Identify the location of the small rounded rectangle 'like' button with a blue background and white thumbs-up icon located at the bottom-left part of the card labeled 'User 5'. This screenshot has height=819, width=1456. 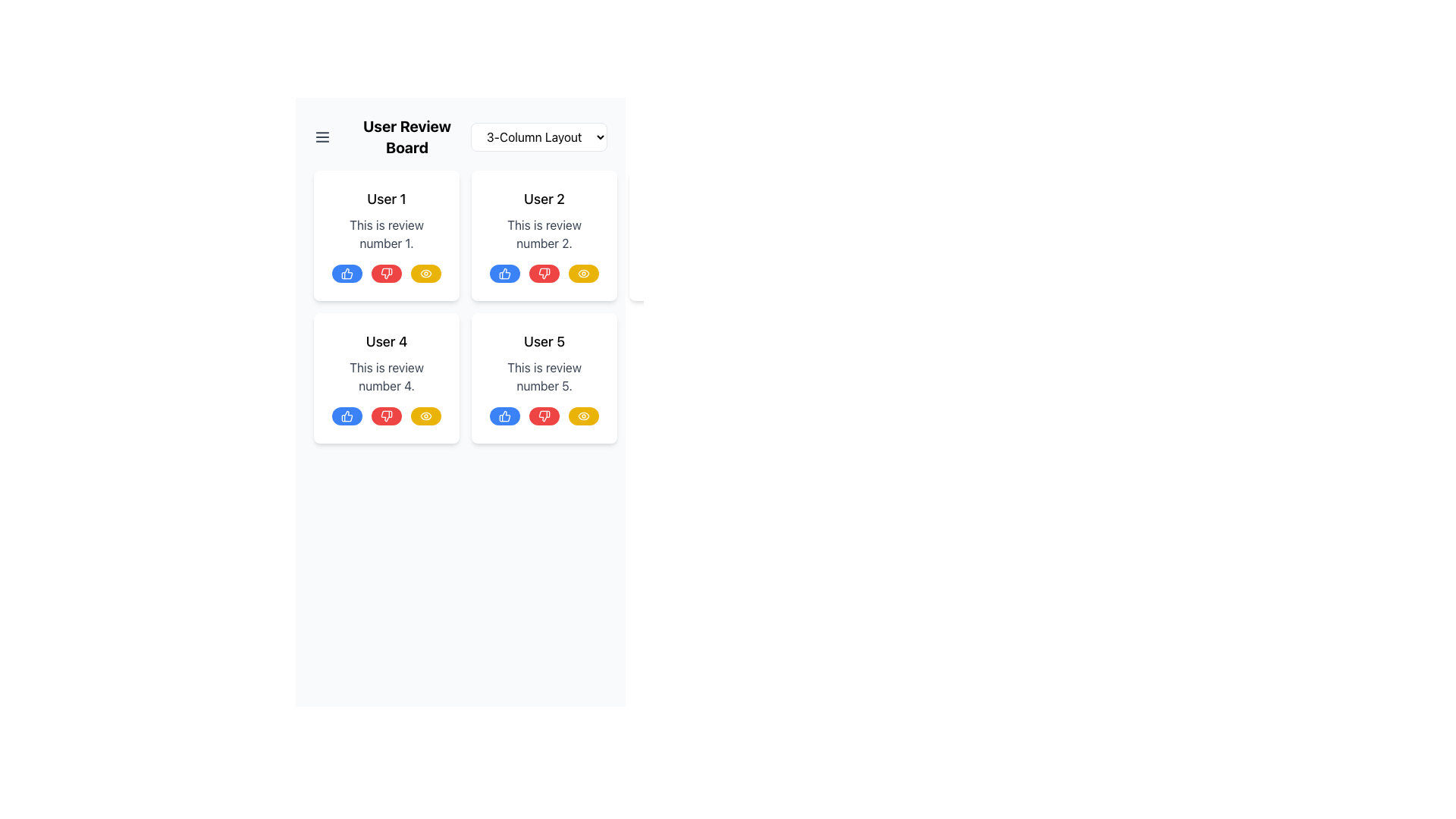
(505, 416).